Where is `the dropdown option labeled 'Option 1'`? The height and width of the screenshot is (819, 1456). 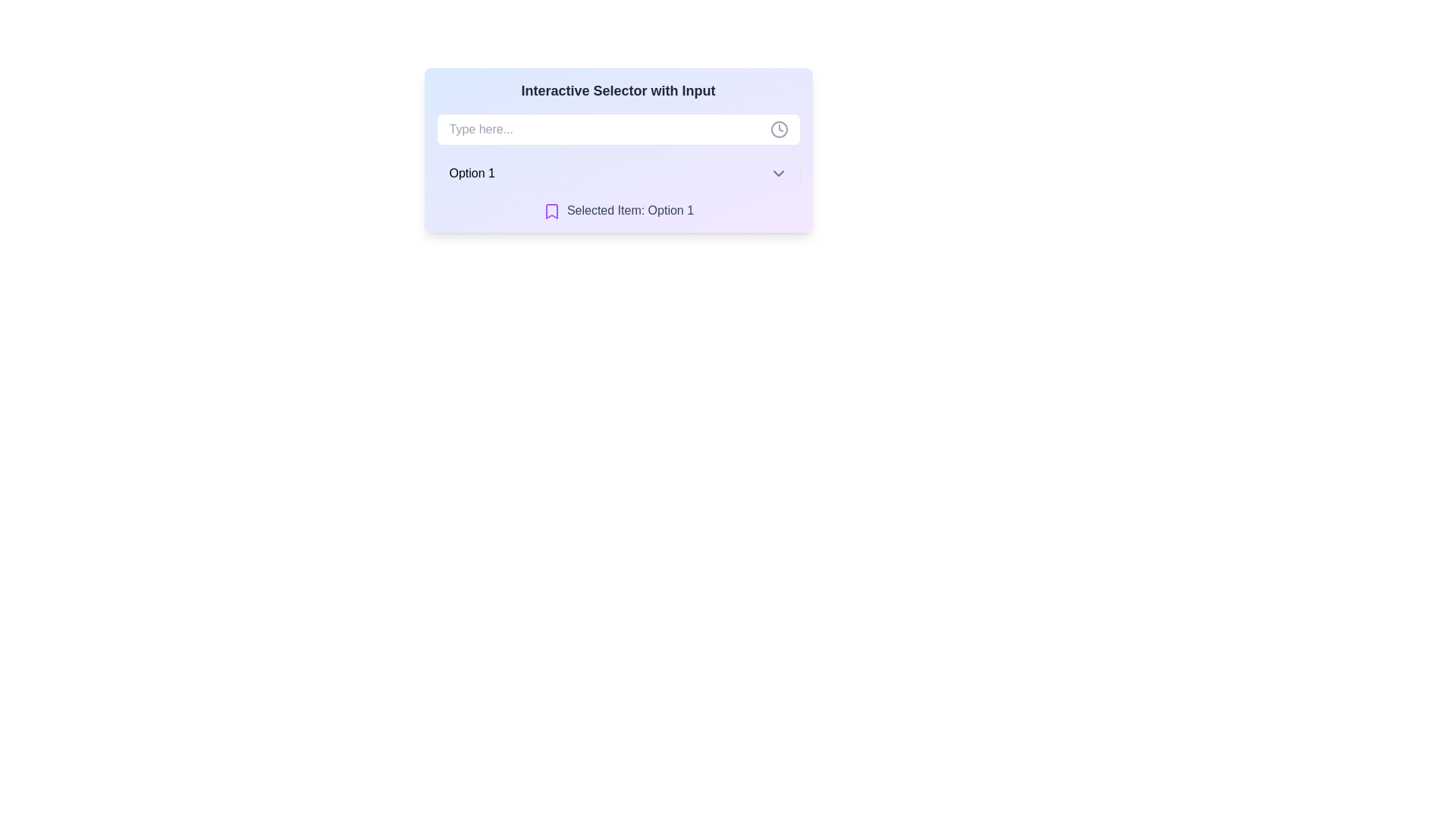
the dropdown option labeled 'Option 1' is located at coordinates (618, 172).